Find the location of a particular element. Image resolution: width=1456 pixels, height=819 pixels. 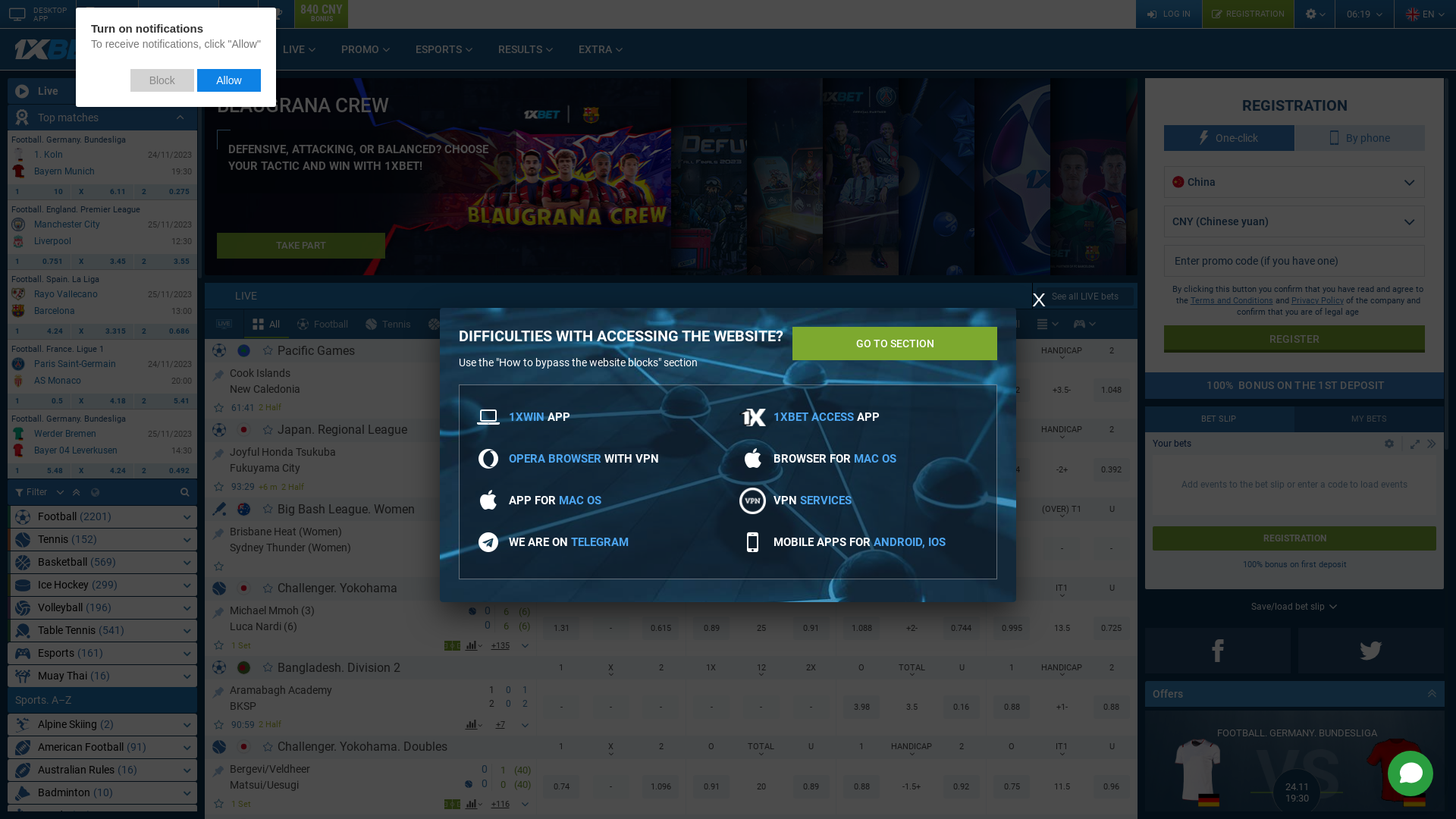

'+7' is located at coordinates (500, 724).